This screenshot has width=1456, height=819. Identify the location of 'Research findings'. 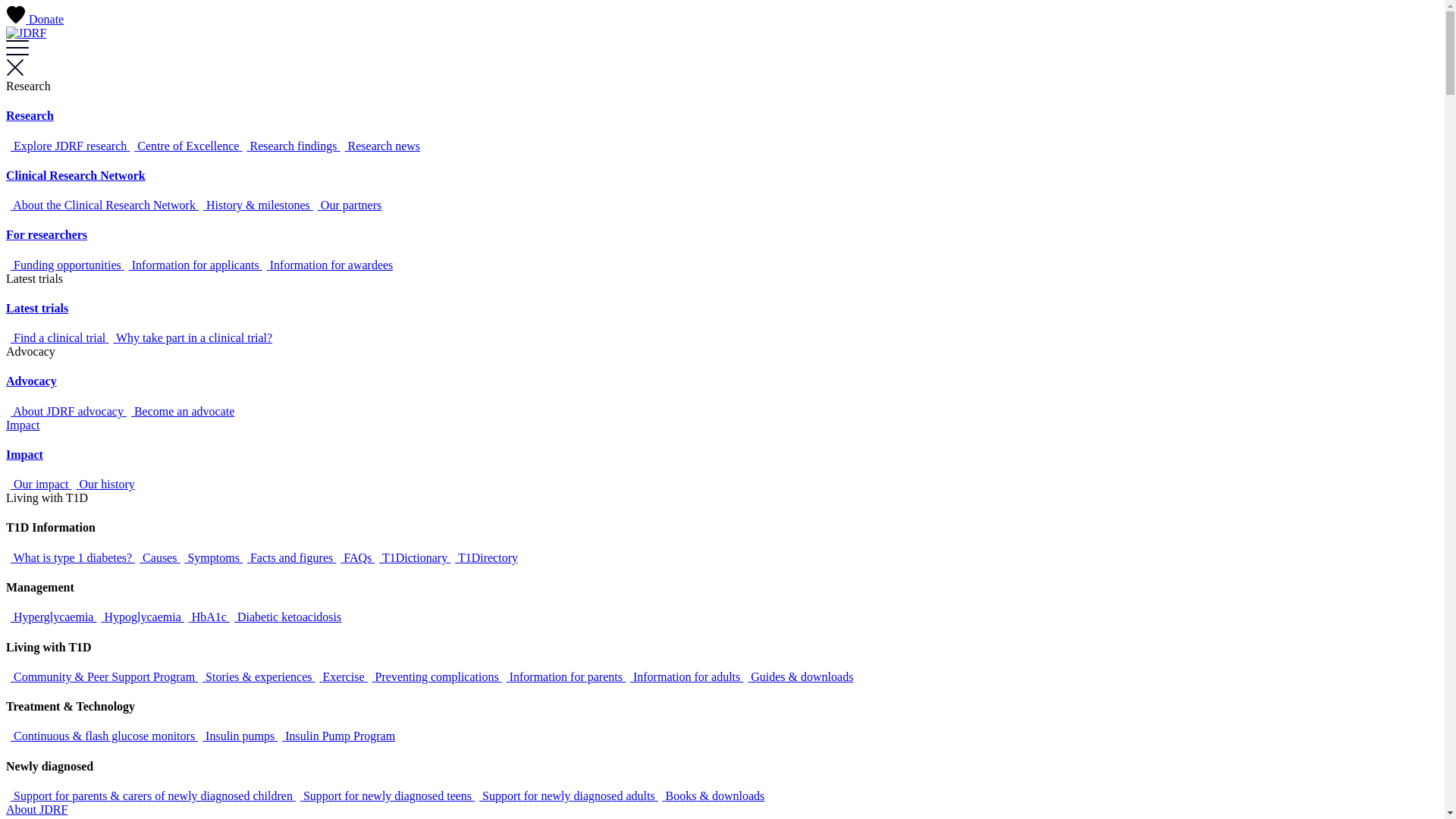
(290, 146).